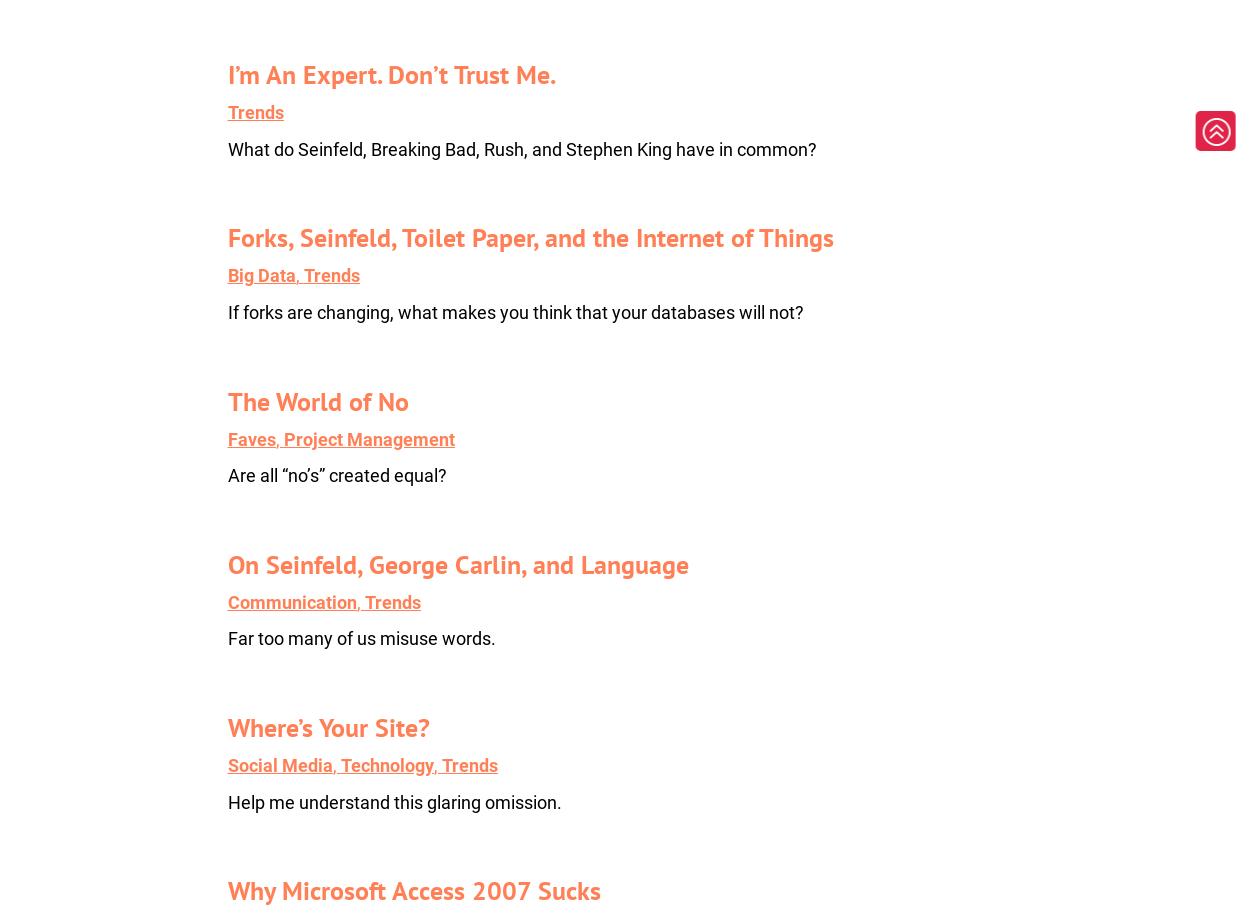 This screenshot has height=917, width=1250. Describe the element at coordinates (391, 73) in the screenshot. I see `'I’m An Expert. Don’t Trust Me.'` at that location.